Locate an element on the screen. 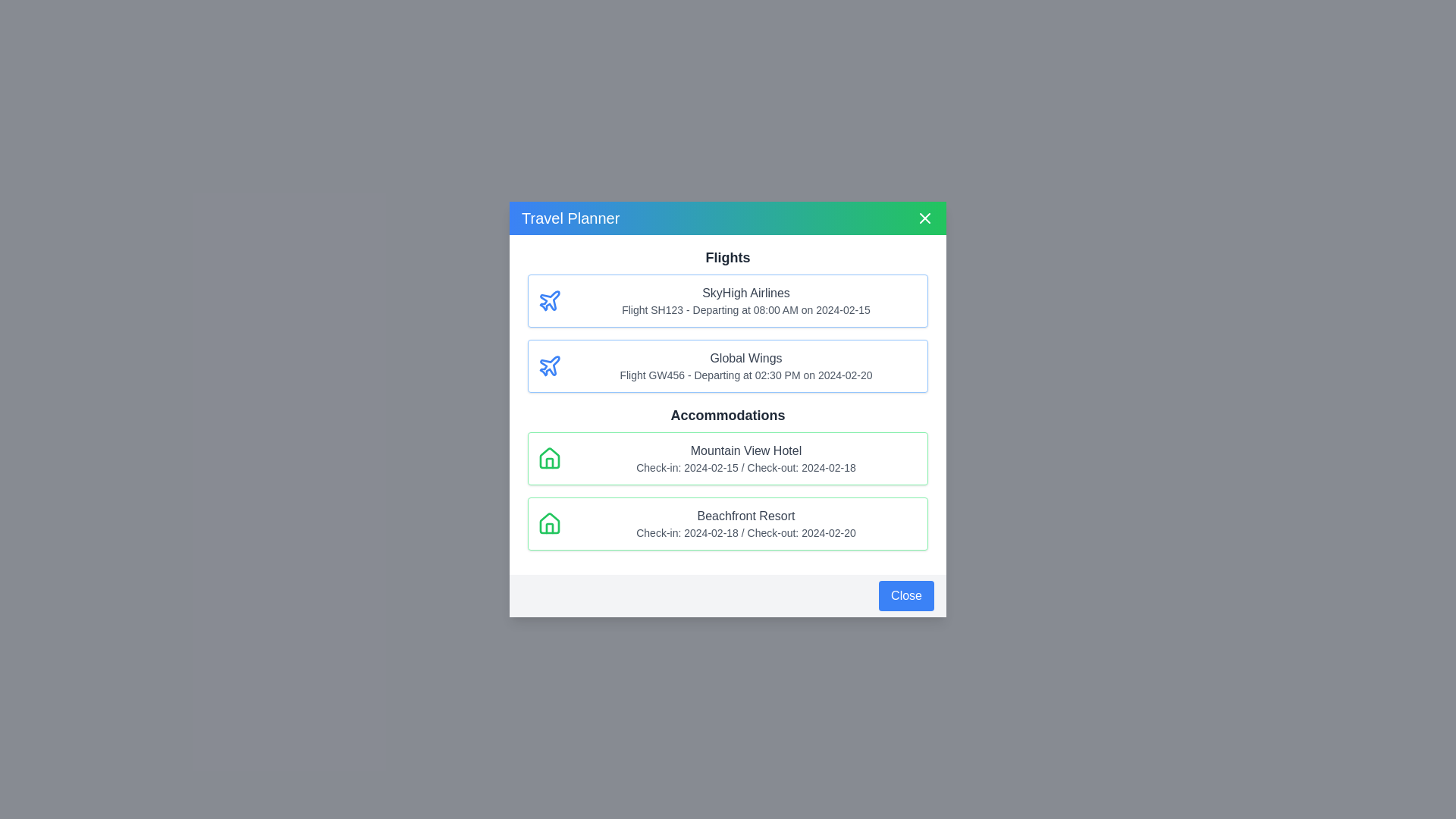 The height and width of the screenshot is (819, 1456). the aviation icon in the top left area of the topmost card in the 'Flights' section to focus on the card content is located at coordinates (549, 366).